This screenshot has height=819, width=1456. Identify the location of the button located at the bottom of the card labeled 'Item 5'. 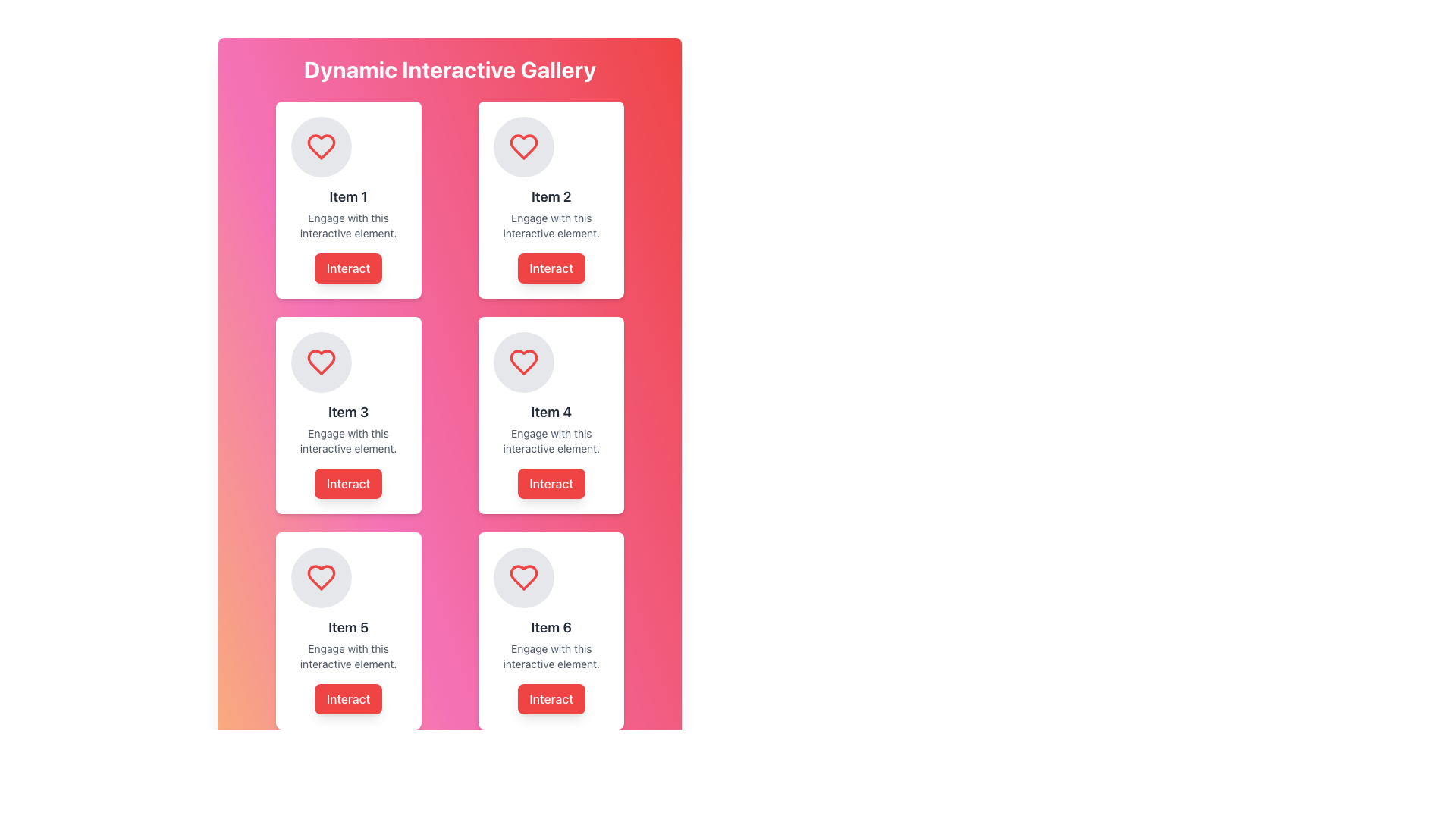
(347, 698).